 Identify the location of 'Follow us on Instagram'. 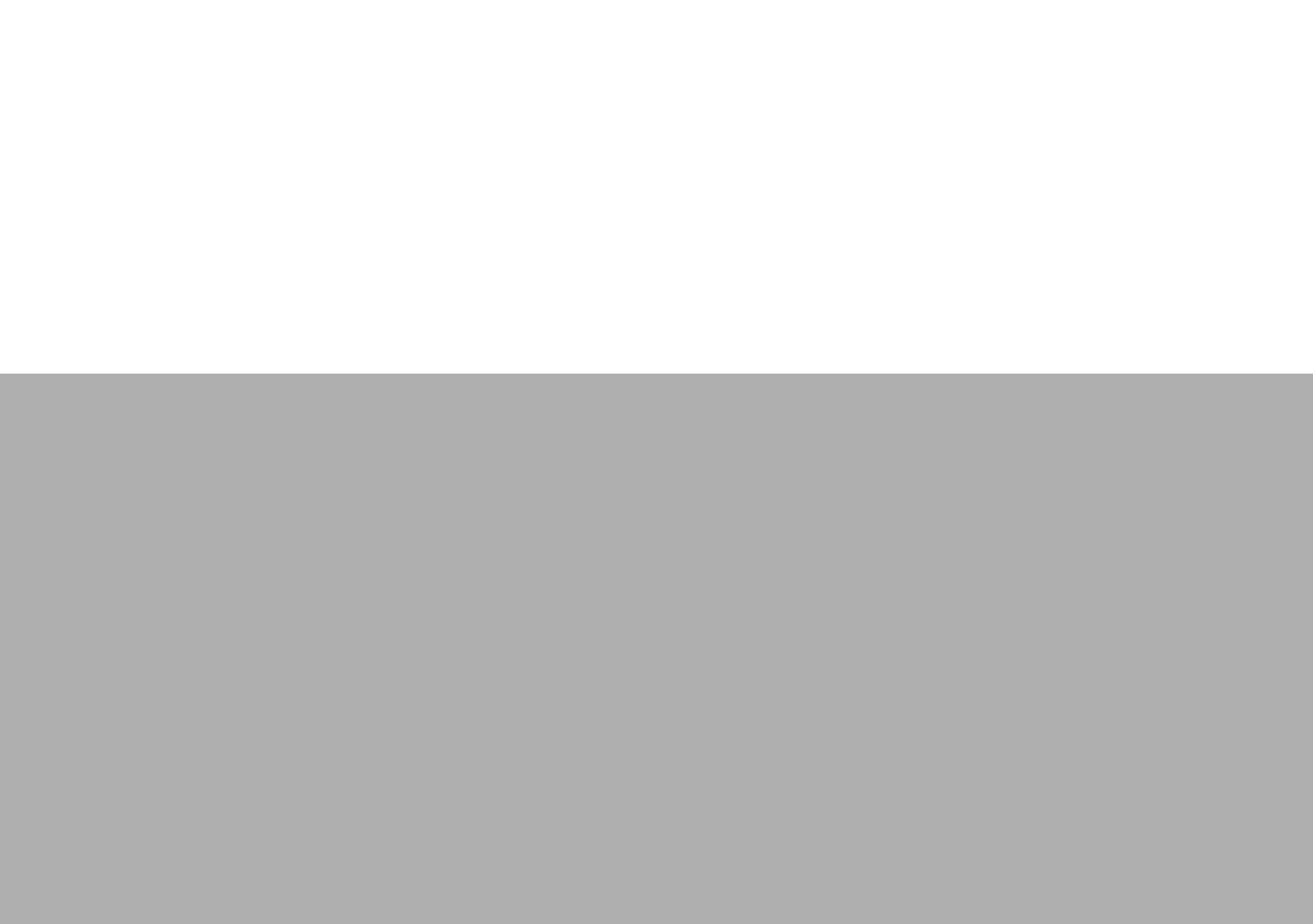
(670, 563).